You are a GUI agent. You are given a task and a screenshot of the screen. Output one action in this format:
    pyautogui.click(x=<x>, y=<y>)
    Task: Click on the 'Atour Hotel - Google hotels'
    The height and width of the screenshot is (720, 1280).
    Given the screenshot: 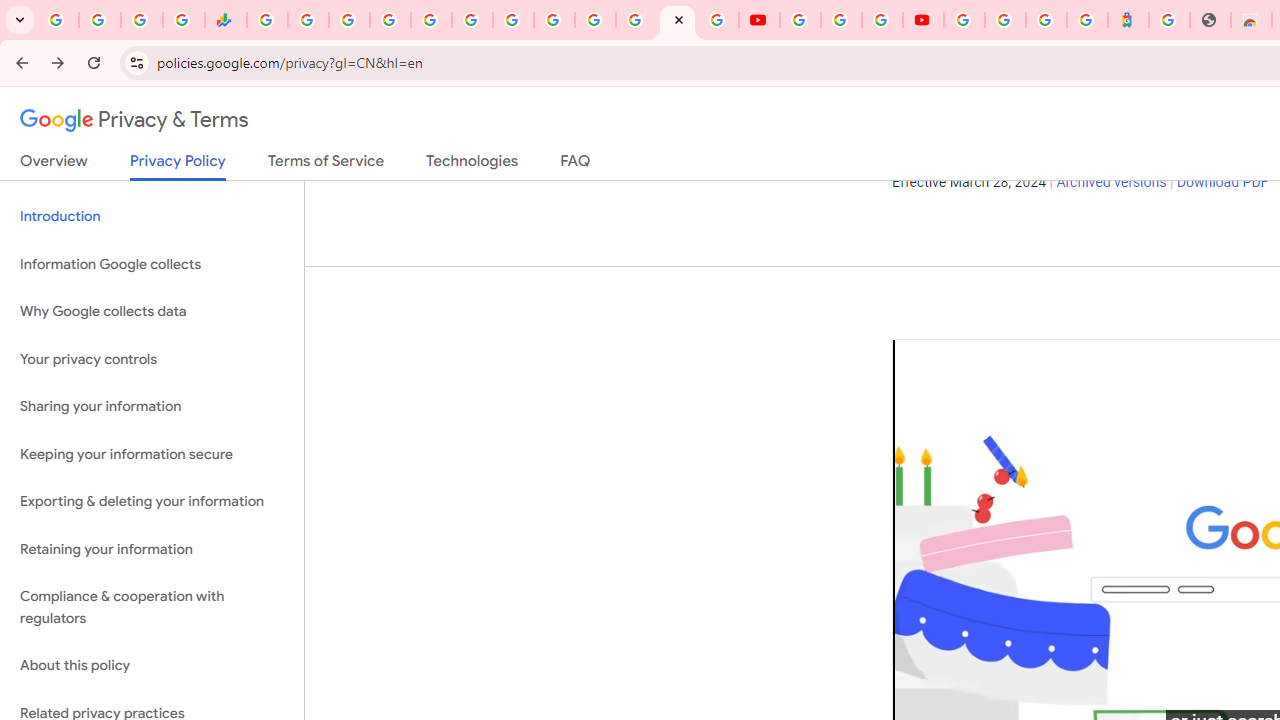 What is the action you would take?
    pyautogui.click(x=1128, y=20)
    